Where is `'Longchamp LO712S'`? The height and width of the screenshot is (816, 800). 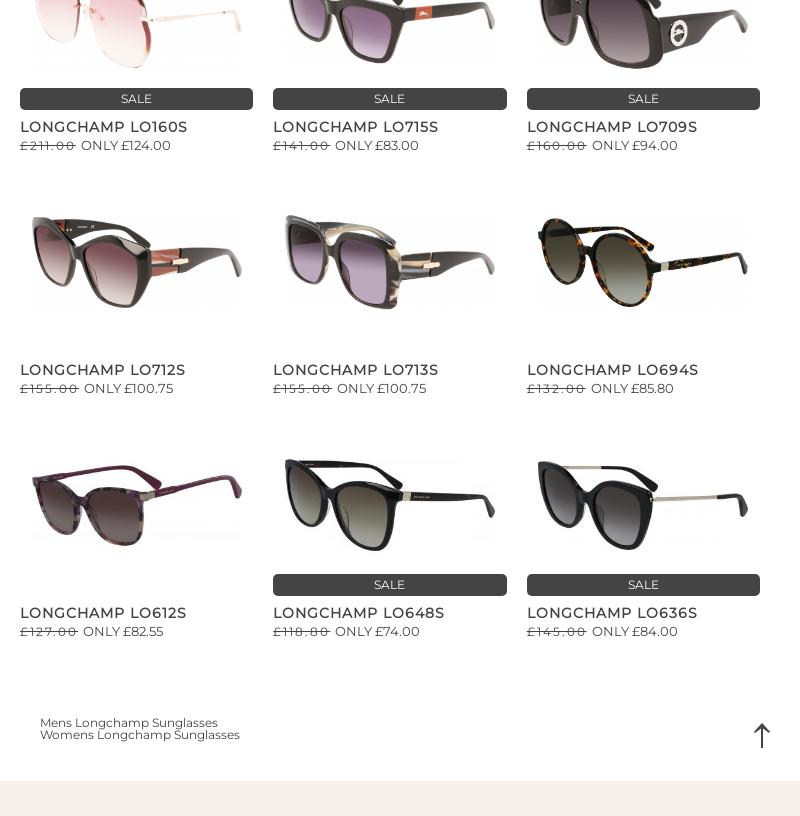 'Longchamp LO712S' is located at coordinates (102, 368).